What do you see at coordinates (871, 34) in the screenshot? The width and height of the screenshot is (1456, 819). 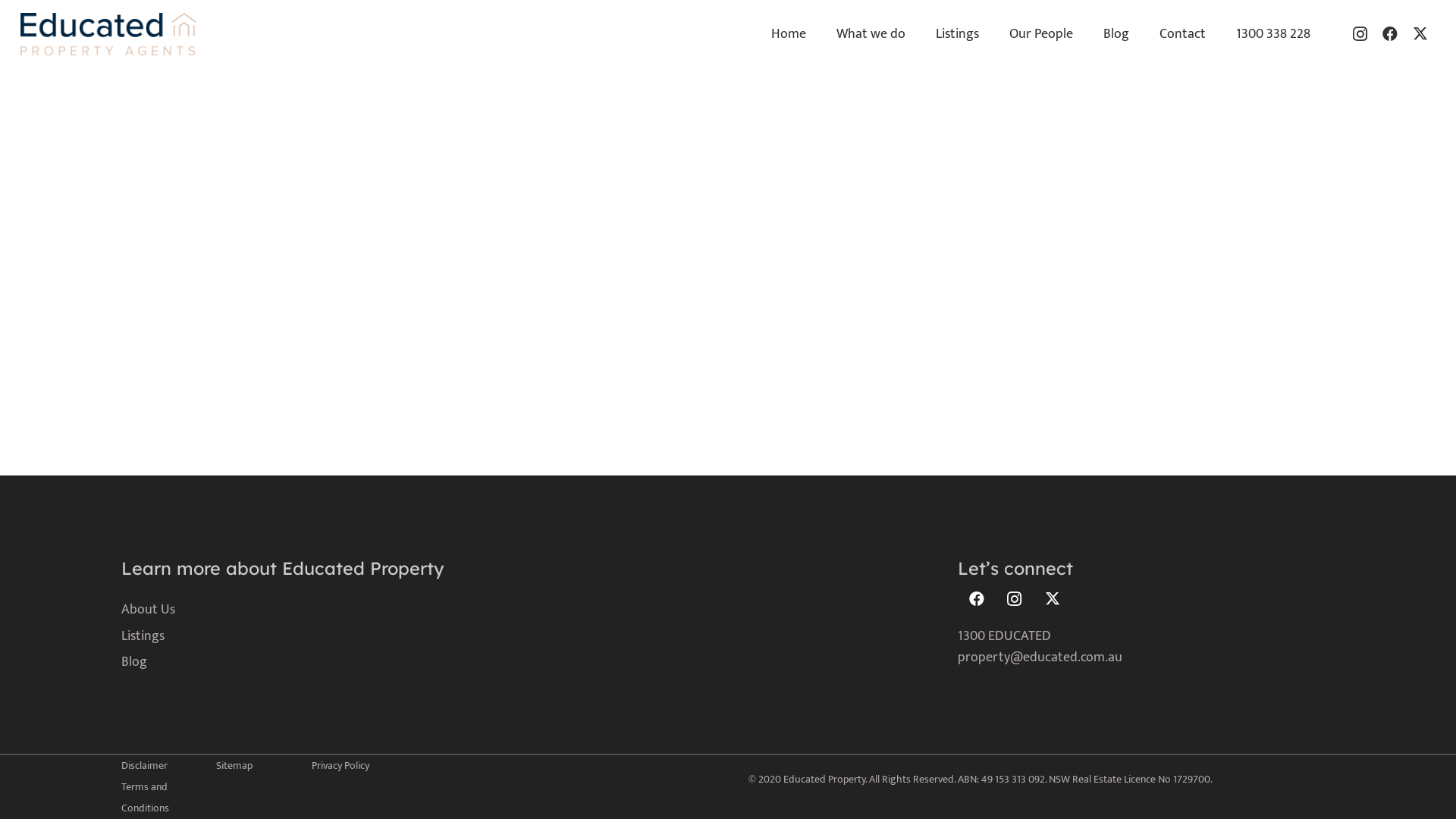 I see `'What we do'` at bounding box center [871, 34].